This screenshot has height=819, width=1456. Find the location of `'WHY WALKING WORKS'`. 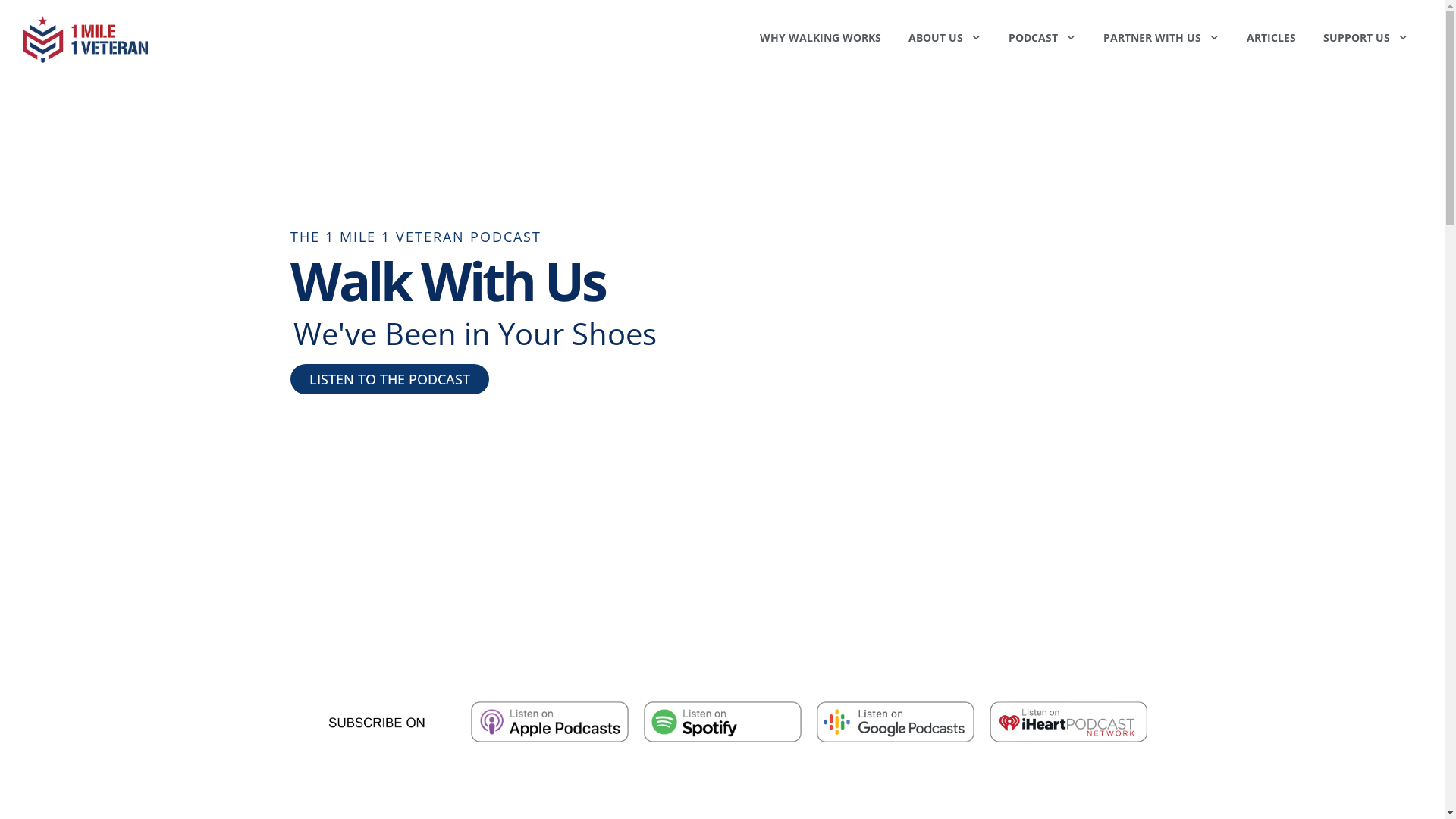

'WHY WALKING WORKS' is located at coordinates (819, 37).